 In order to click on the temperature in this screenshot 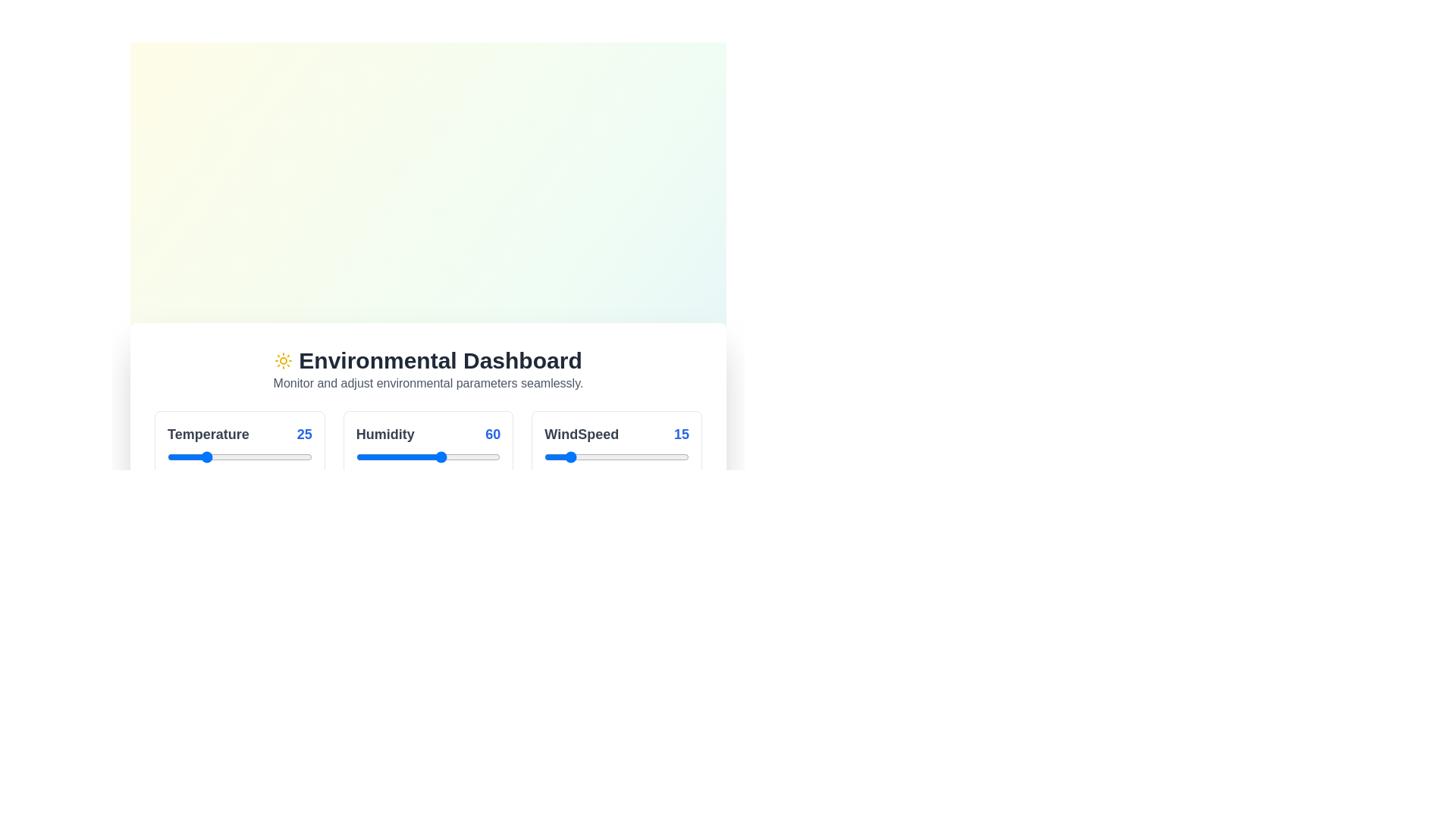, I will do `click(281, 456)`.